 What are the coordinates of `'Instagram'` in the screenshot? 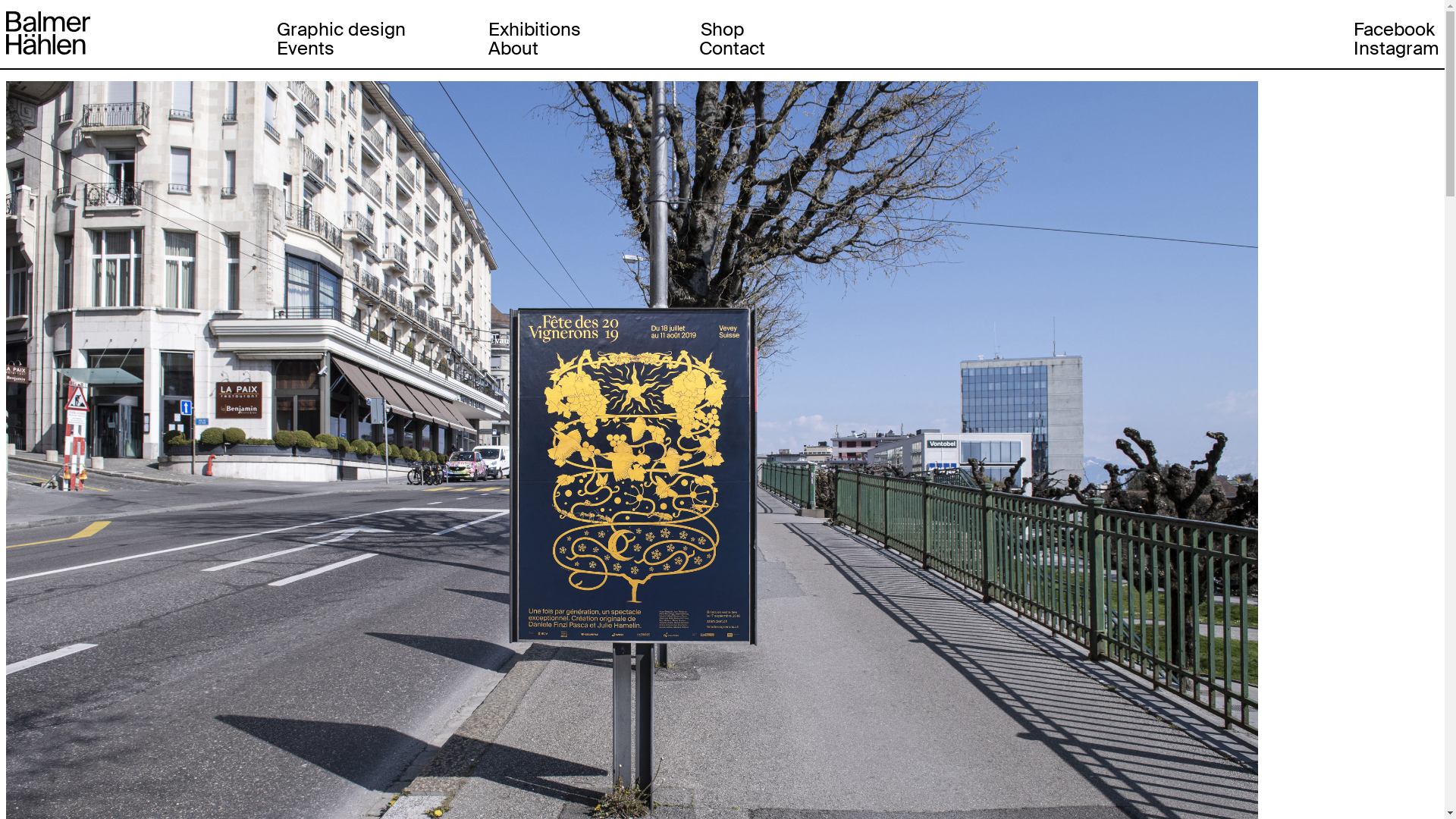 It's located at (1395, 47).